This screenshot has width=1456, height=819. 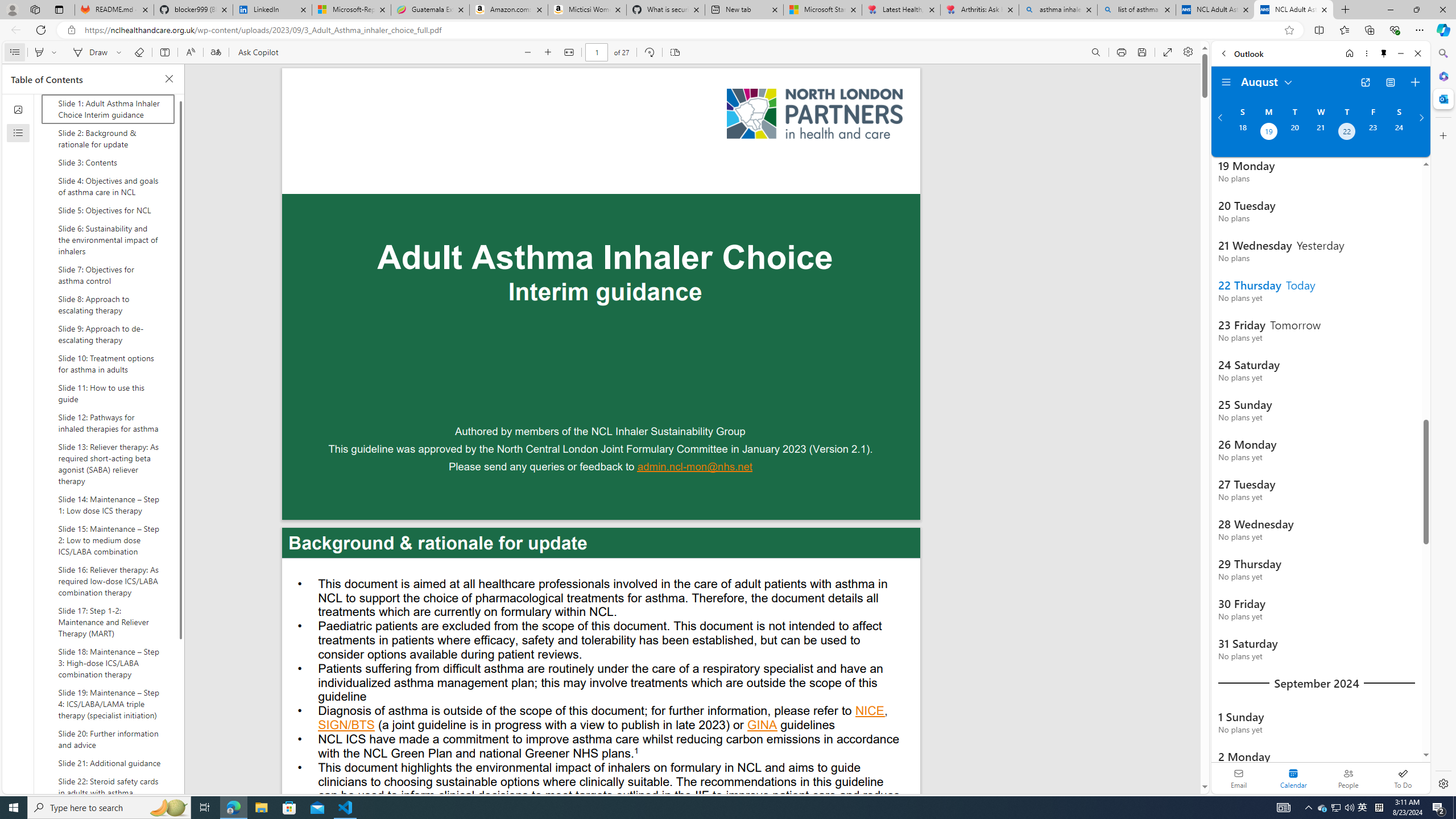 I want to click on 'Read aloud', so click(x=190, y=52).